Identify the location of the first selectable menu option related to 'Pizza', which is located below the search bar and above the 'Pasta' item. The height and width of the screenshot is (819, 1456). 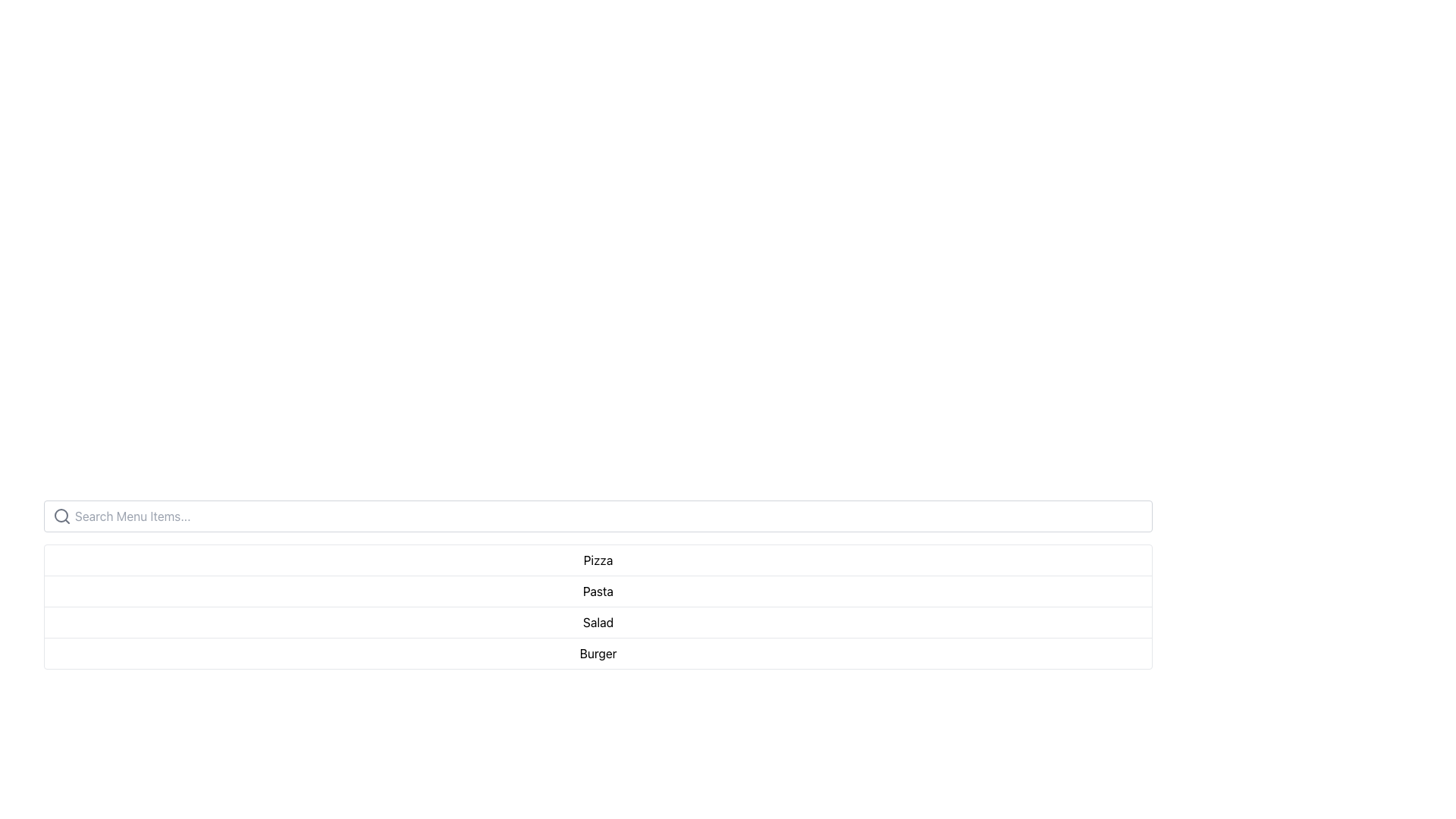
(597, 560).